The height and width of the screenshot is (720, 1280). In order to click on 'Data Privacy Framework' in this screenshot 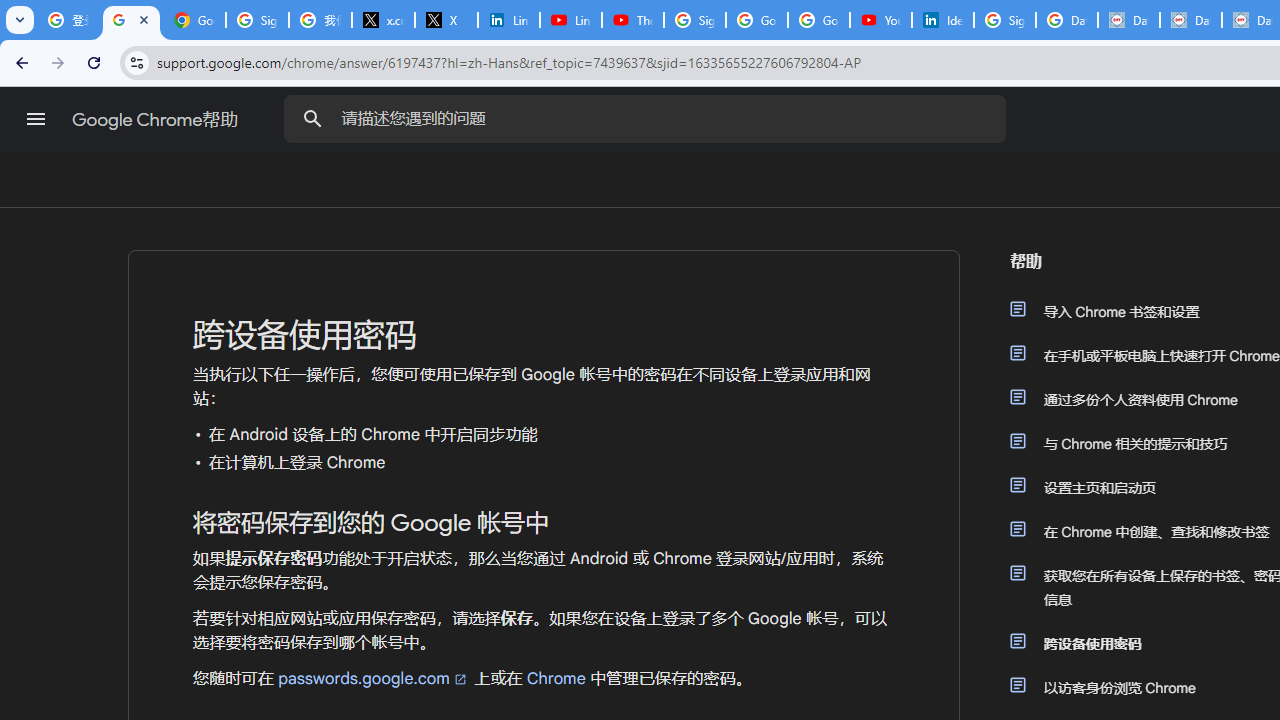, I will do `click(1128, 20)`.